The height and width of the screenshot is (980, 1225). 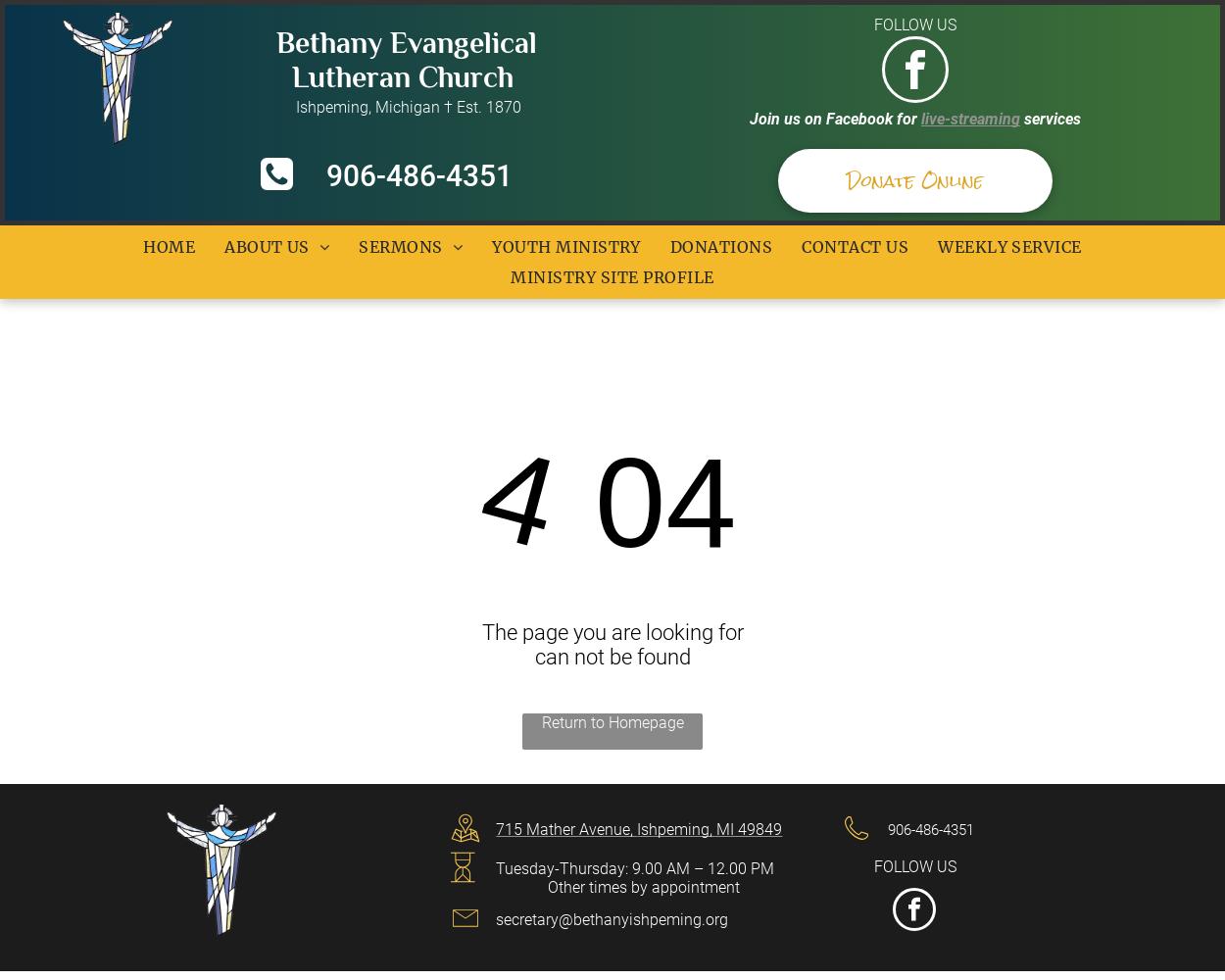 I want to click on 'MINISTRY SITE PROFILE', so click(x=611, y=276).